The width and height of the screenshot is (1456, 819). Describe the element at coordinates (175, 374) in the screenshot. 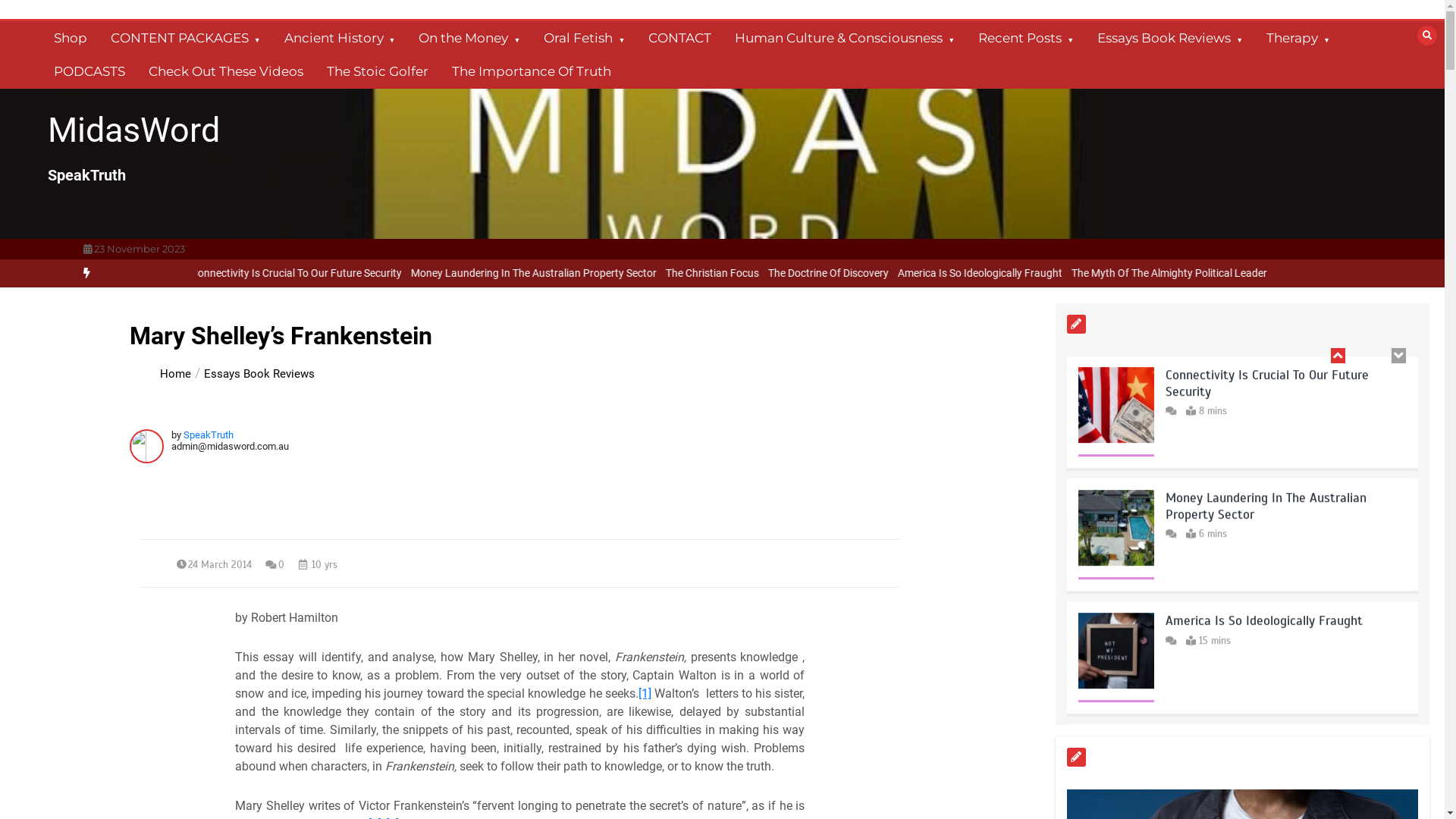

I see `'Home'` at that location.